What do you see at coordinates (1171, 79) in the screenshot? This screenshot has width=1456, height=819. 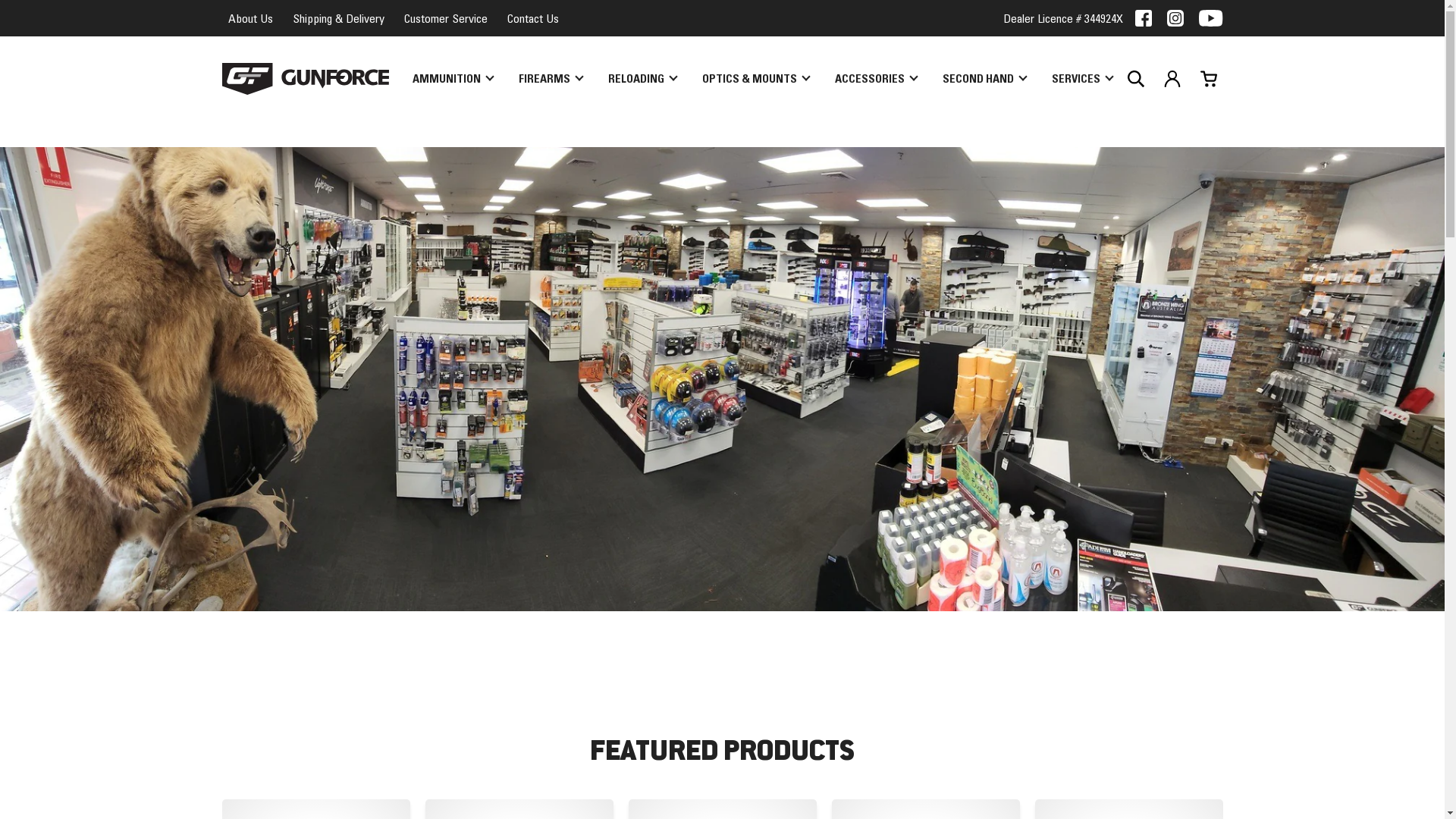 I see `'Log In'` at bounding box center [1171, 79].